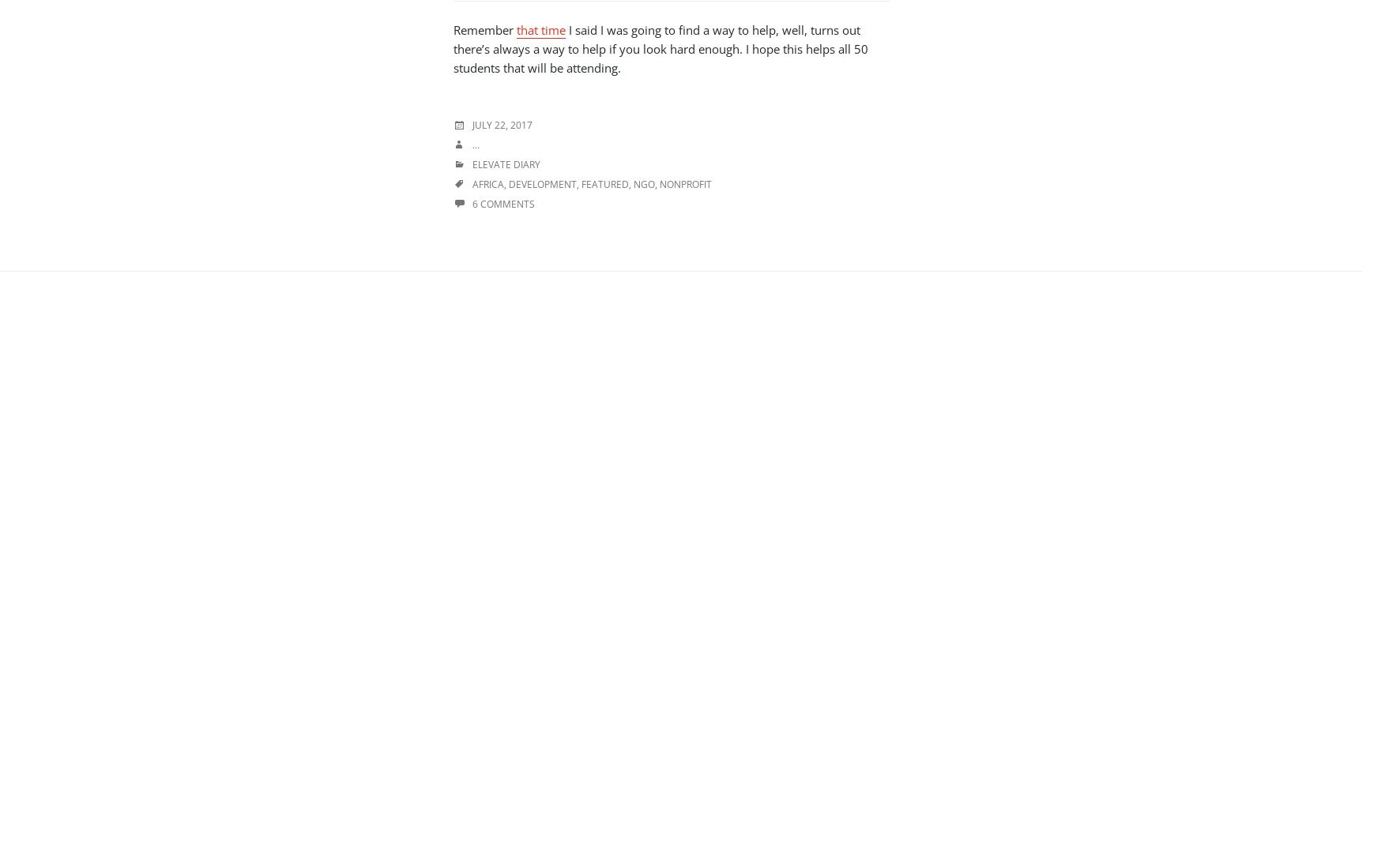  What do you see at coordinates (476, 144) in the screenshot?
I see `'...'` at bounding box center [476, 144].